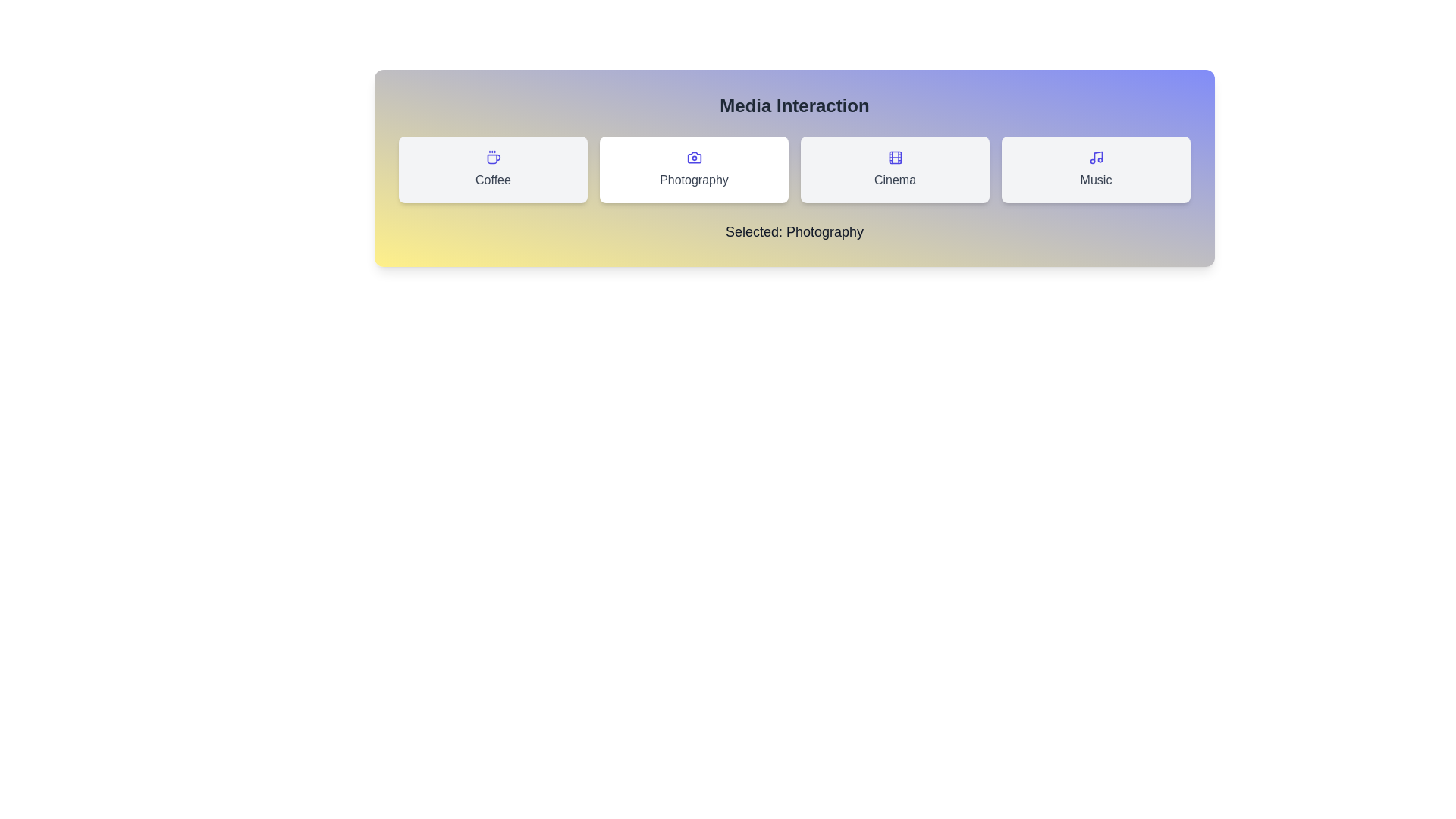 The height and width of the screenshot is (819, 1456). I want to click on the 'Cinema' selectable card, which is the third card in a row of four cards, so click(895, 169).